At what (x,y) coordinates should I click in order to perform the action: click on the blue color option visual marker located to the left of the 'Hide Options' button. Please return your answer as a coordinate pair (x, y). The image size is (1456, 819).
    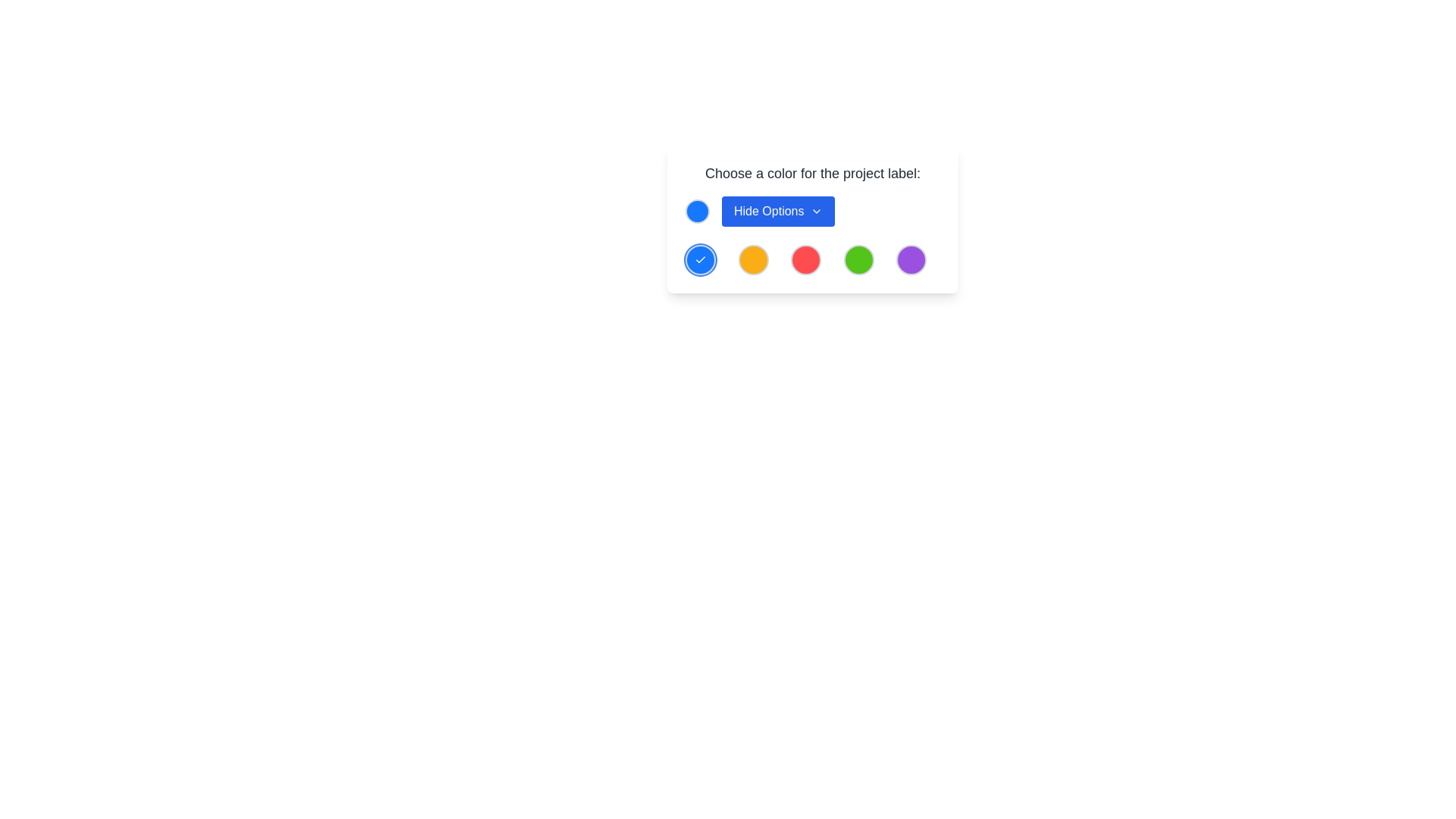
    Looking at the image, I should click on (697, 211).